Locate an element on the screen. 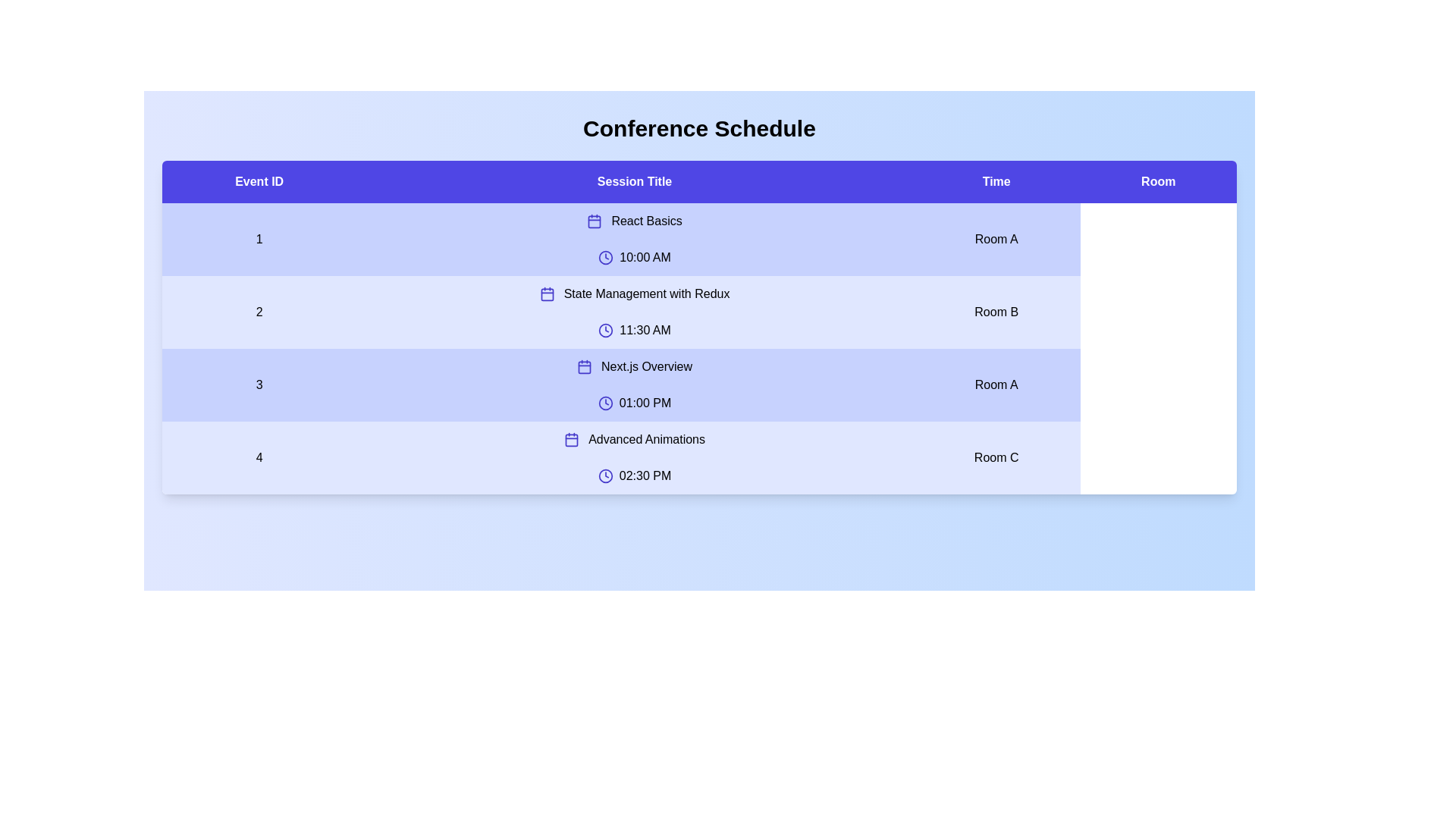 The height and width of the screenshot is (819, 1456). the table header labeled 'Event ID' to sort the table by that column is located at coordinates (259, 180).